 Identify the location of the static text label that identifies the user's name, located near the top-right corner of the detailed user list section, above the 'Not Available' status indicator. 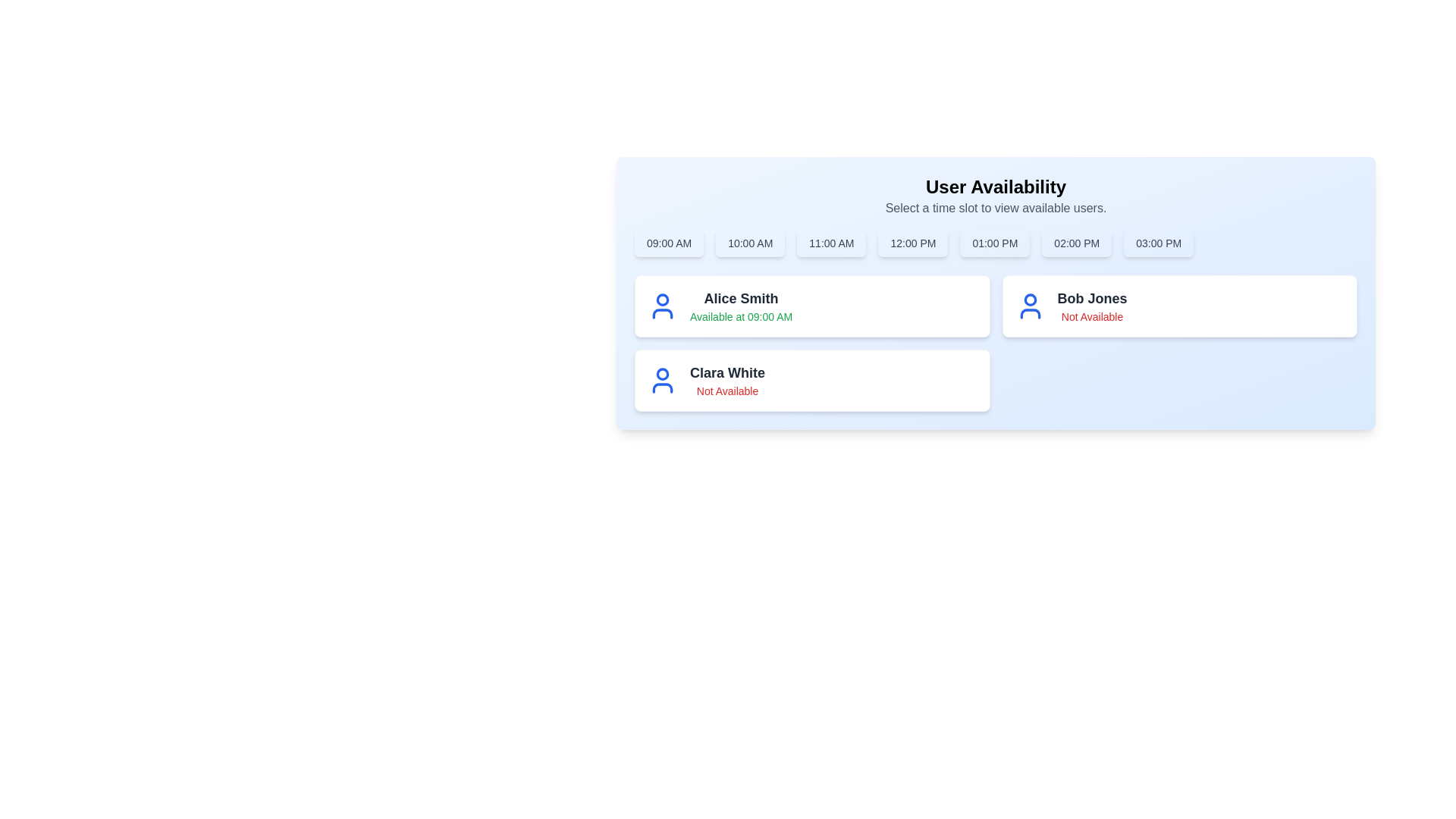
(1092, 298).